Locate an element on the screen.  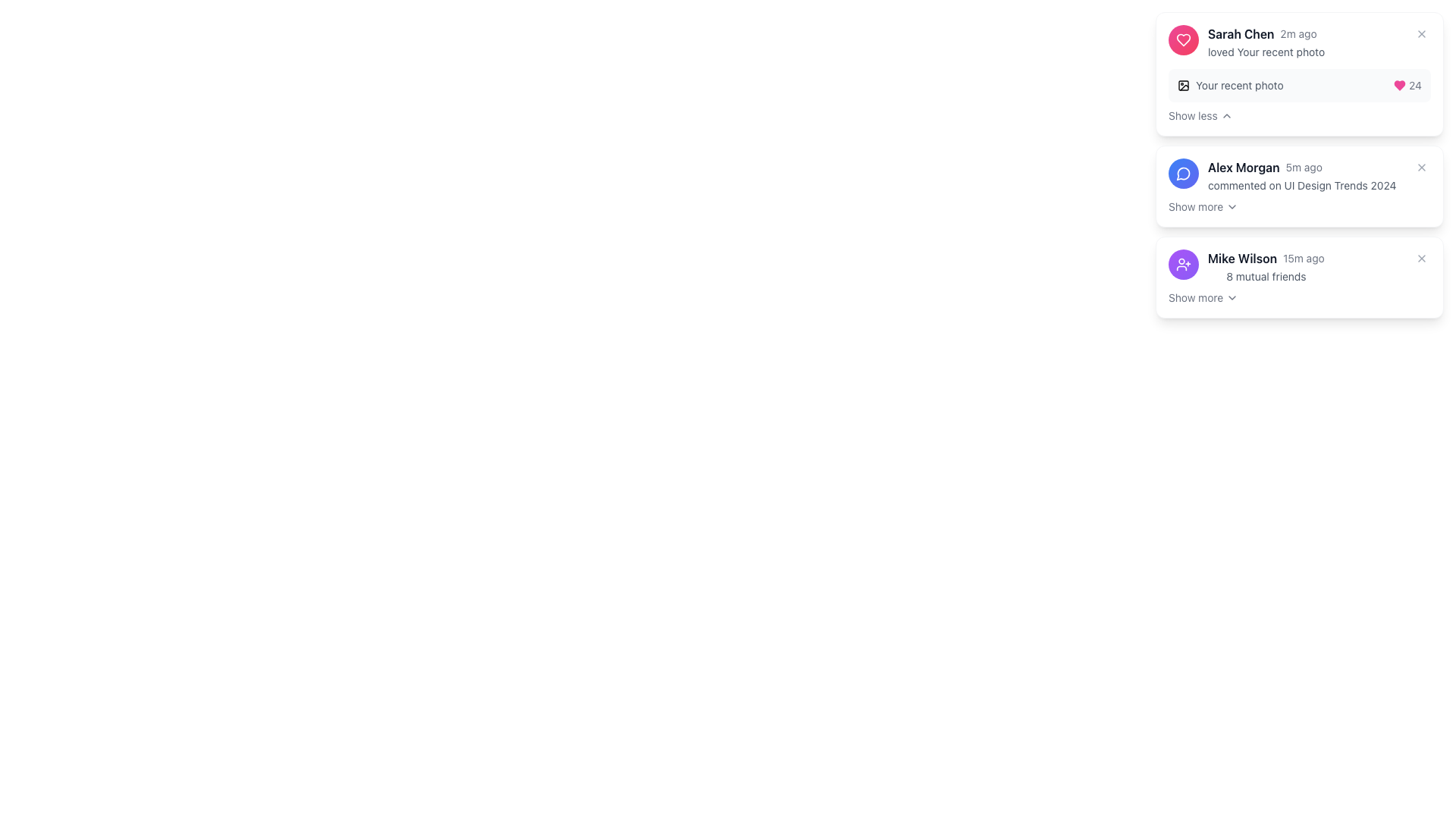
the Notification card for 'Mike Wilson' is located at coordinates (1298, 265).